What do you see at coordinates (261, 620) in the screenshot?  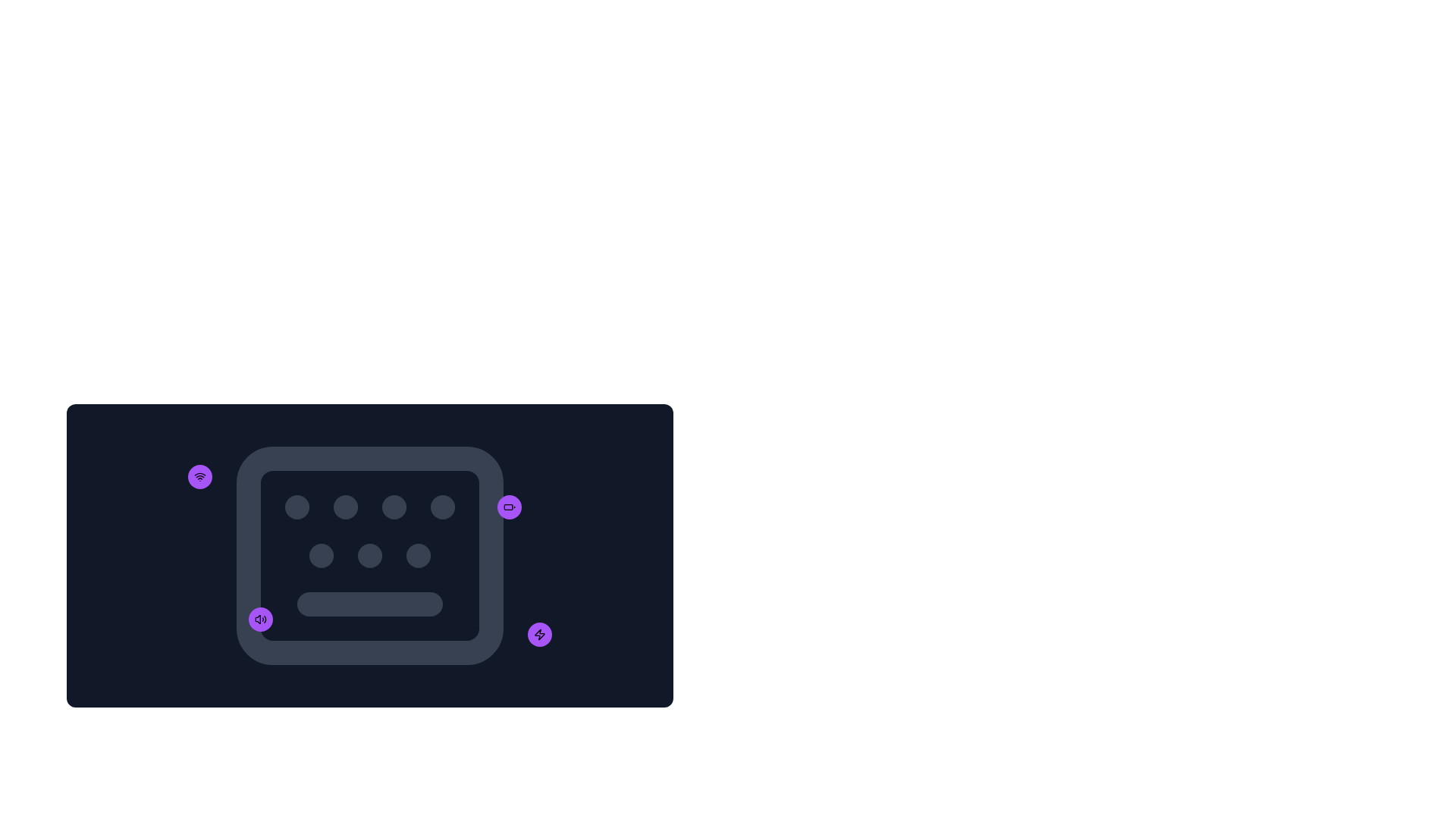 I see `the volume control icon located centrally within its rounded square button` at bounding box center [261, 620].